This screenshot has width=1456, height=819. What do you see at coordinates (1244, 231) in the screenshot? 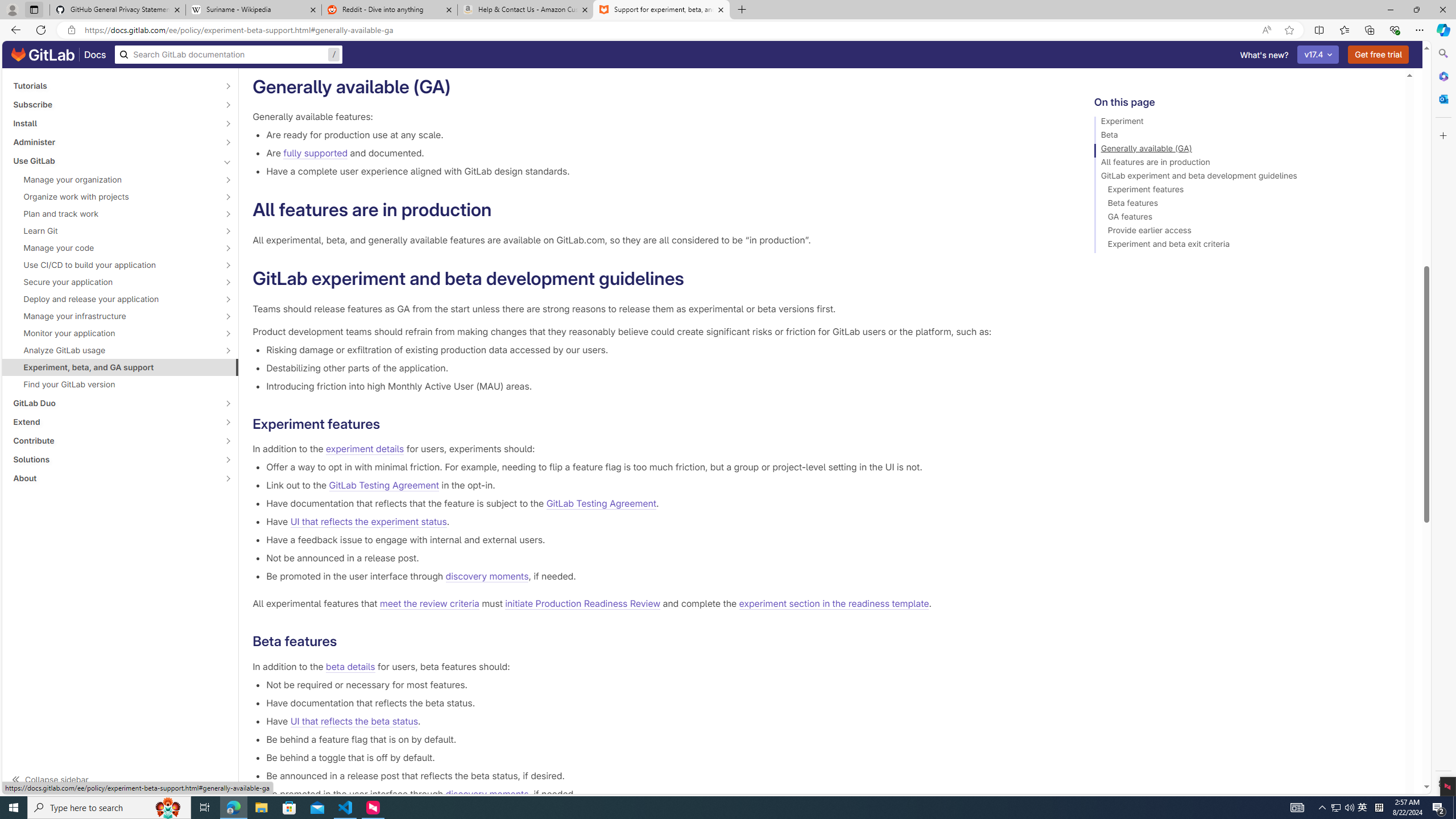
I see `'Provide earlier access'` at bounding box center [1244, 231].